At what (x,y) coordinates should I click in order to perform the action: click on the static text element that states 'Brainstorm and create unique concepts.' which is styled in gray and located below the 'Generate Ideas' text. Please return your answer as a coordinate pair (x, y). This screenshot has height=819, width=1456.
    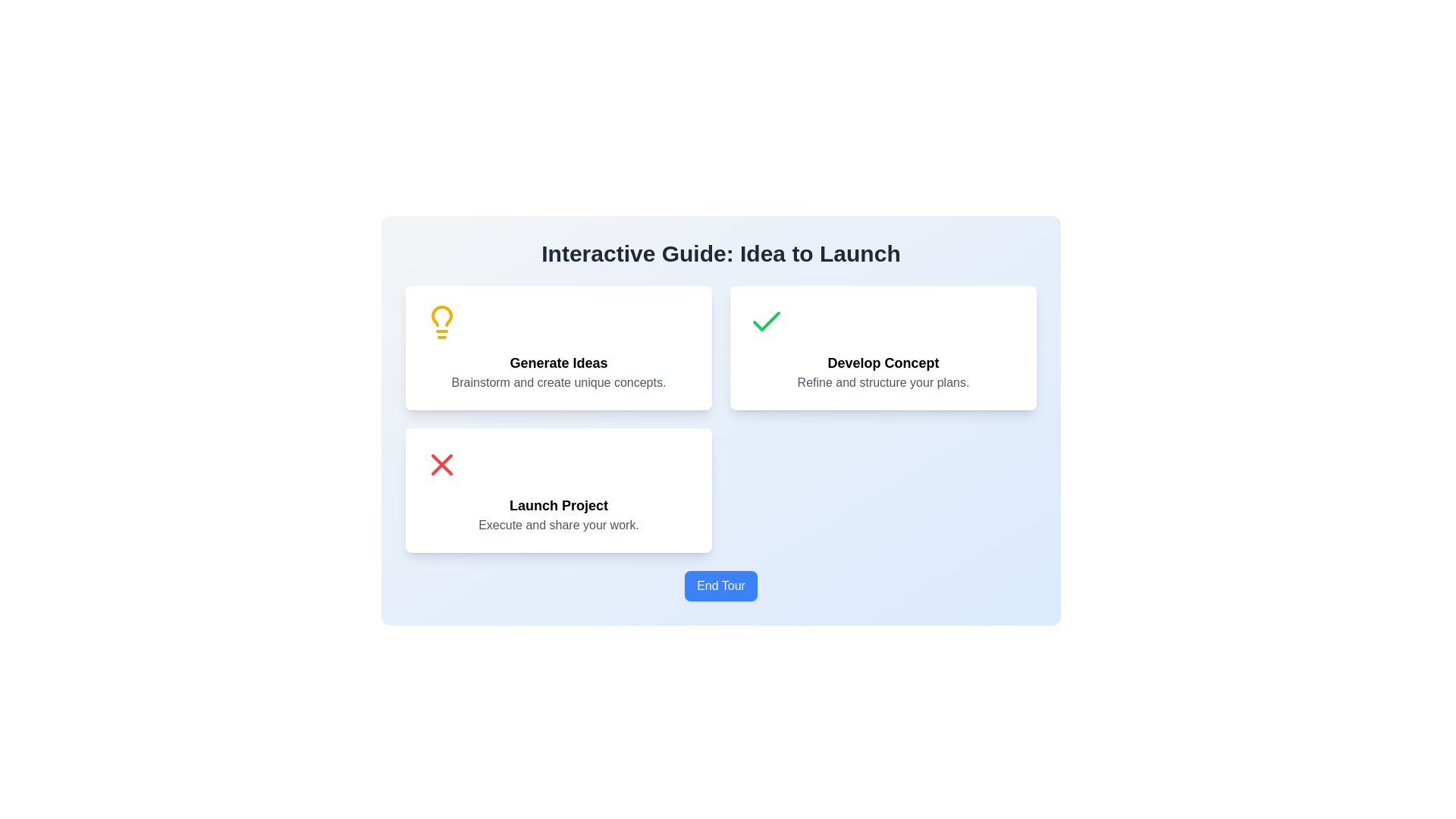
    Looking at the image, I should click on (558, 382).